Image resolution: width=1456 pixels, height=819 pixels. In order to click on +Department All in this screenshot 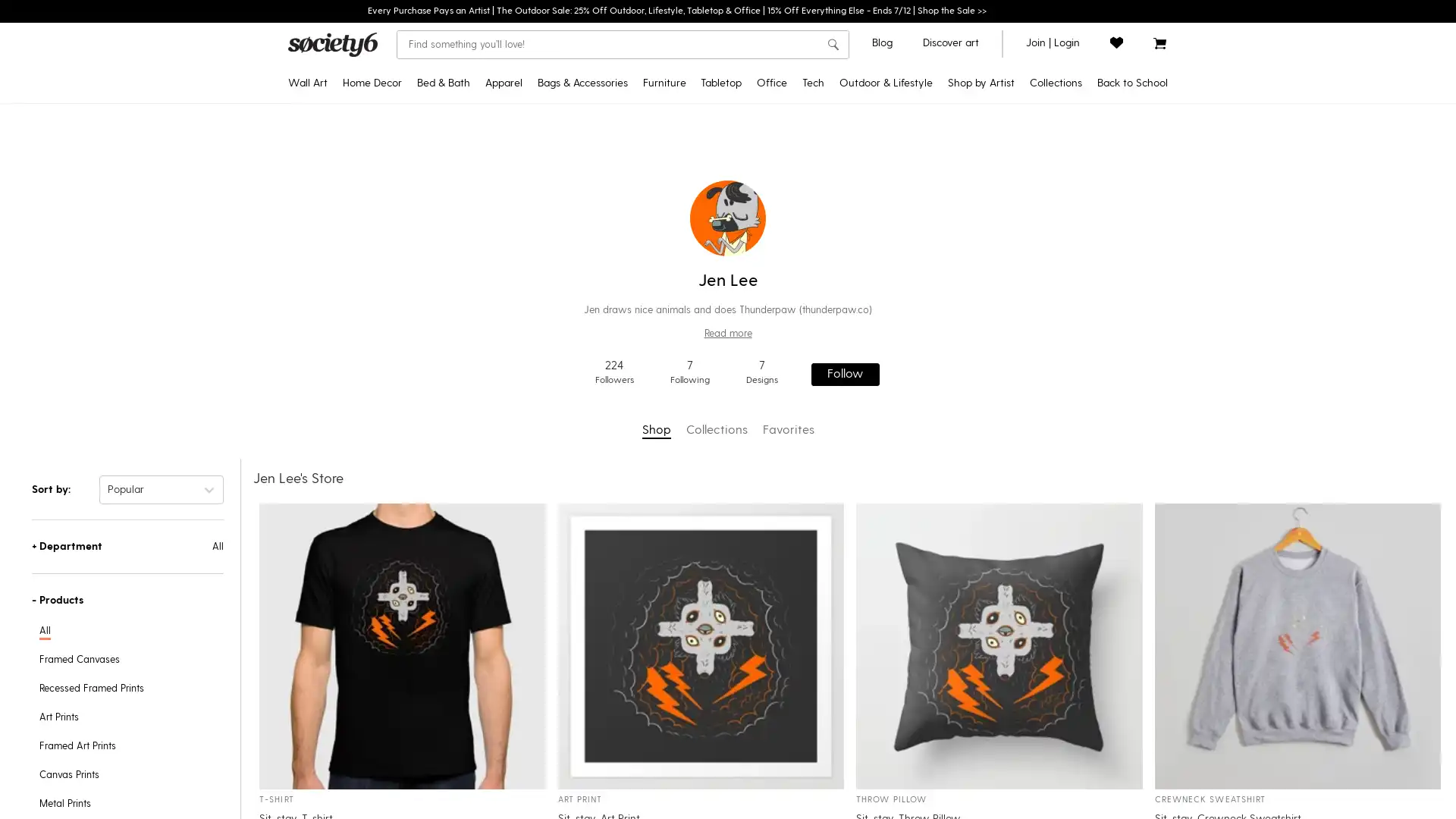, I will do `click(127, 546)`.